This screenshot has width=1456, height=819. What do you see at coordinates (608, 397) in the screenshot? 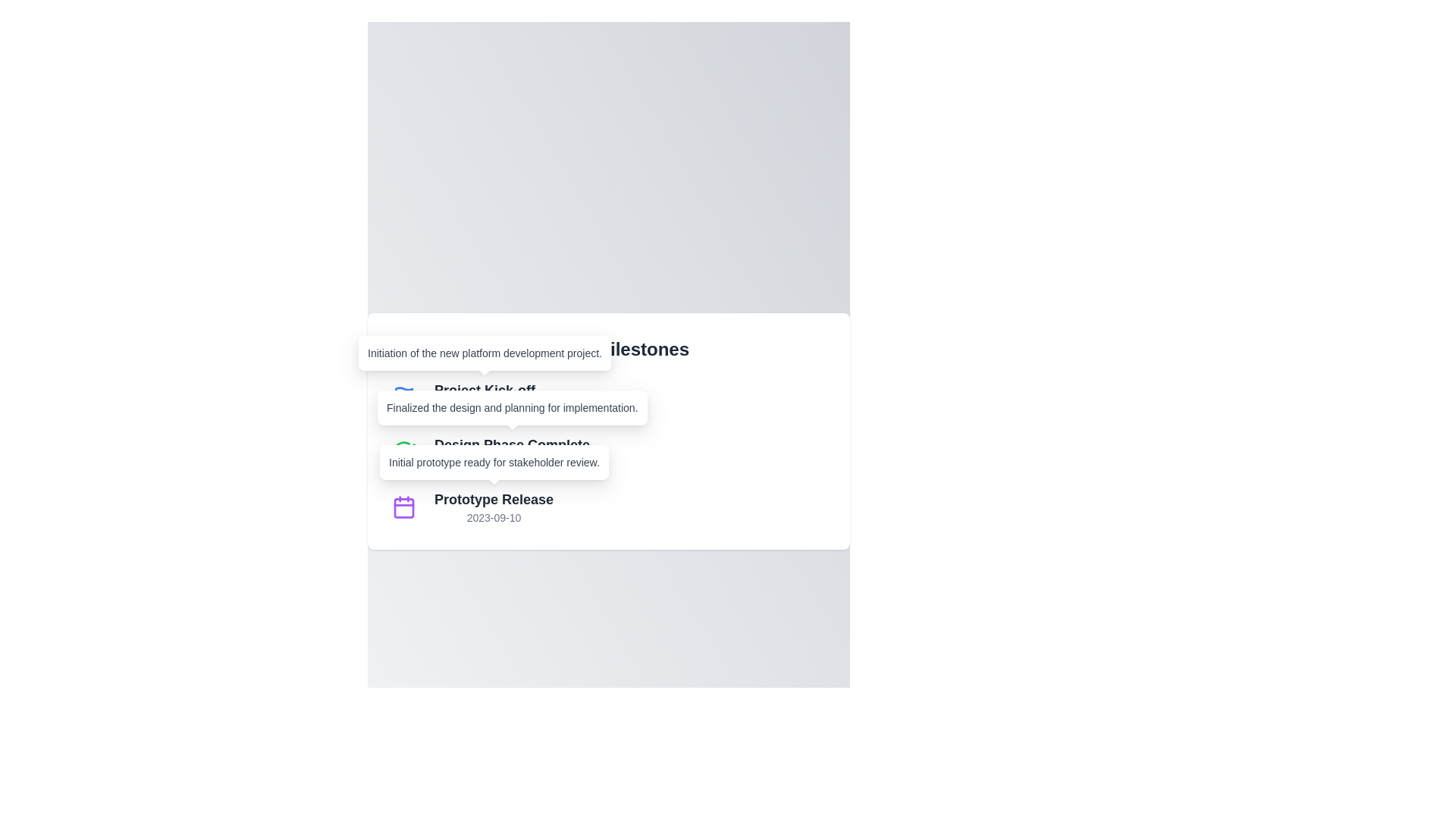
I see `the milestone labeled 'Project Kick-off'` at bounding box center [608, 397].